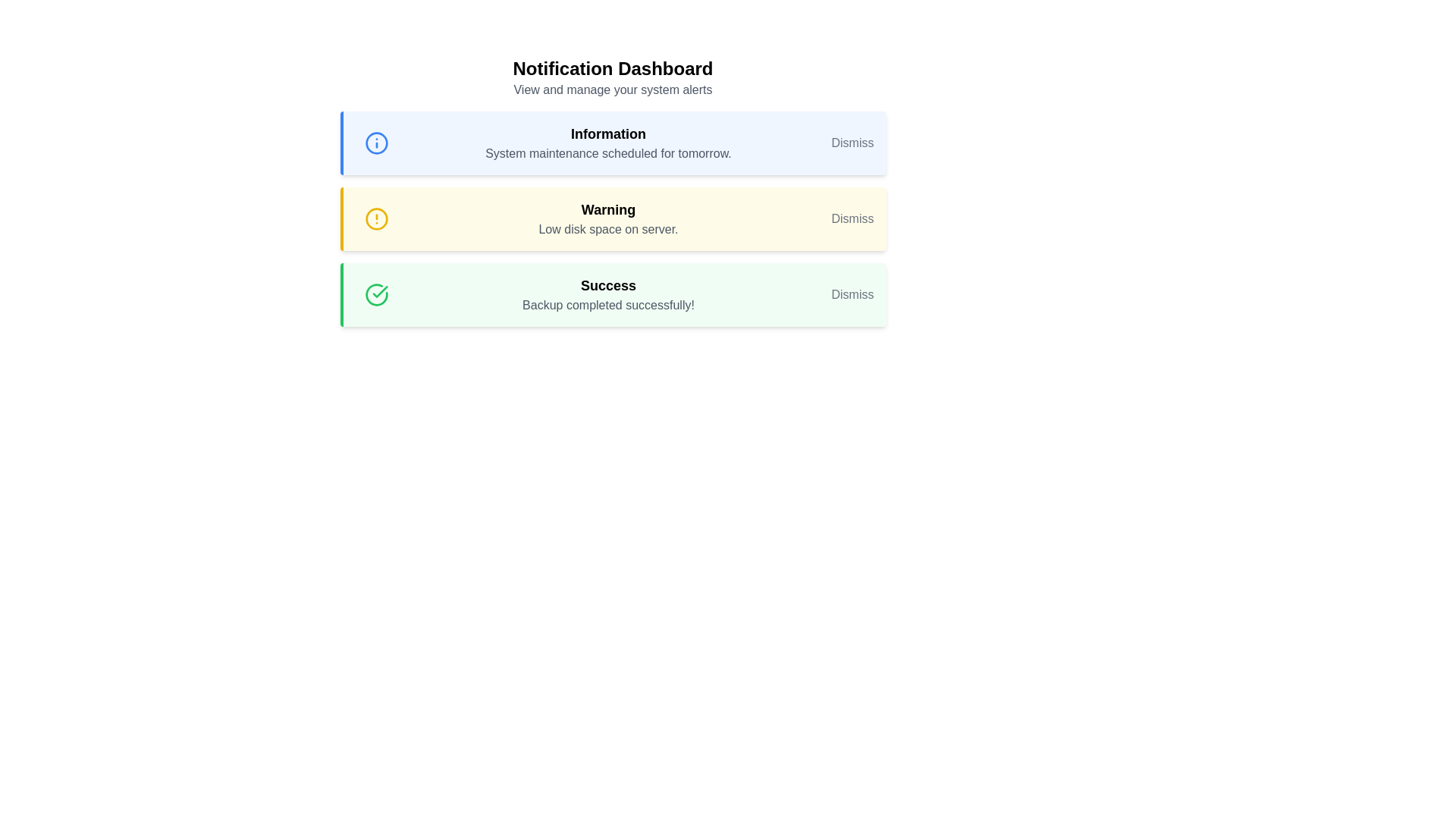 Image resolution: width=1456 pixels, height=819 pixels. What do you see at coordinates (376, 295) in the screenshot?
I see `the green circular checkmark icon indicating success, located in the third notification card labeled 'Success'` at bounding box center [376, 295].